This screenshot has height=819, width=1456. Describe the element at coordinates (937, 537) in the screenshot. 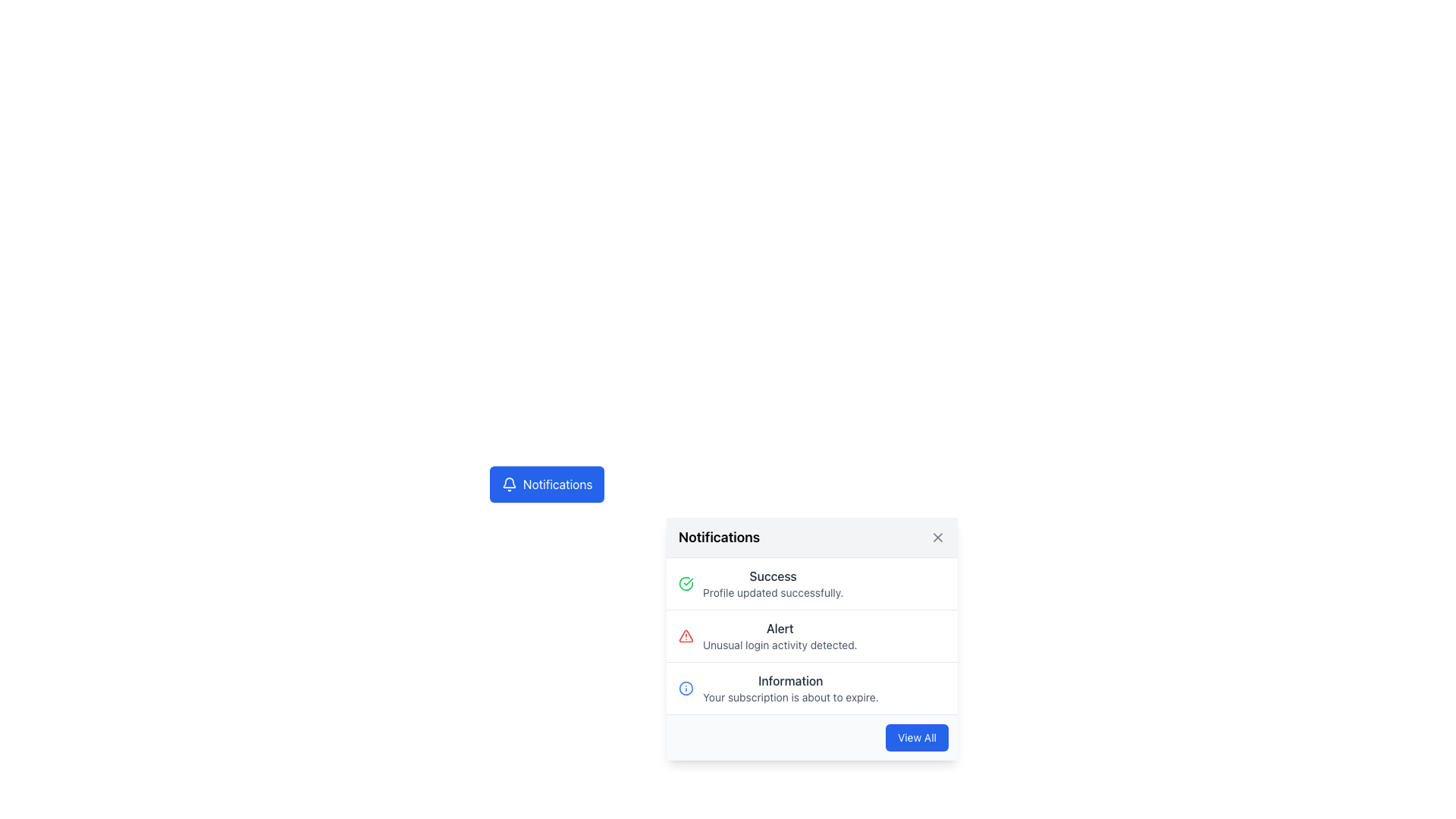

I see `the close button with an 'X' icon located at the top-right corner of the notification panel` at that location.